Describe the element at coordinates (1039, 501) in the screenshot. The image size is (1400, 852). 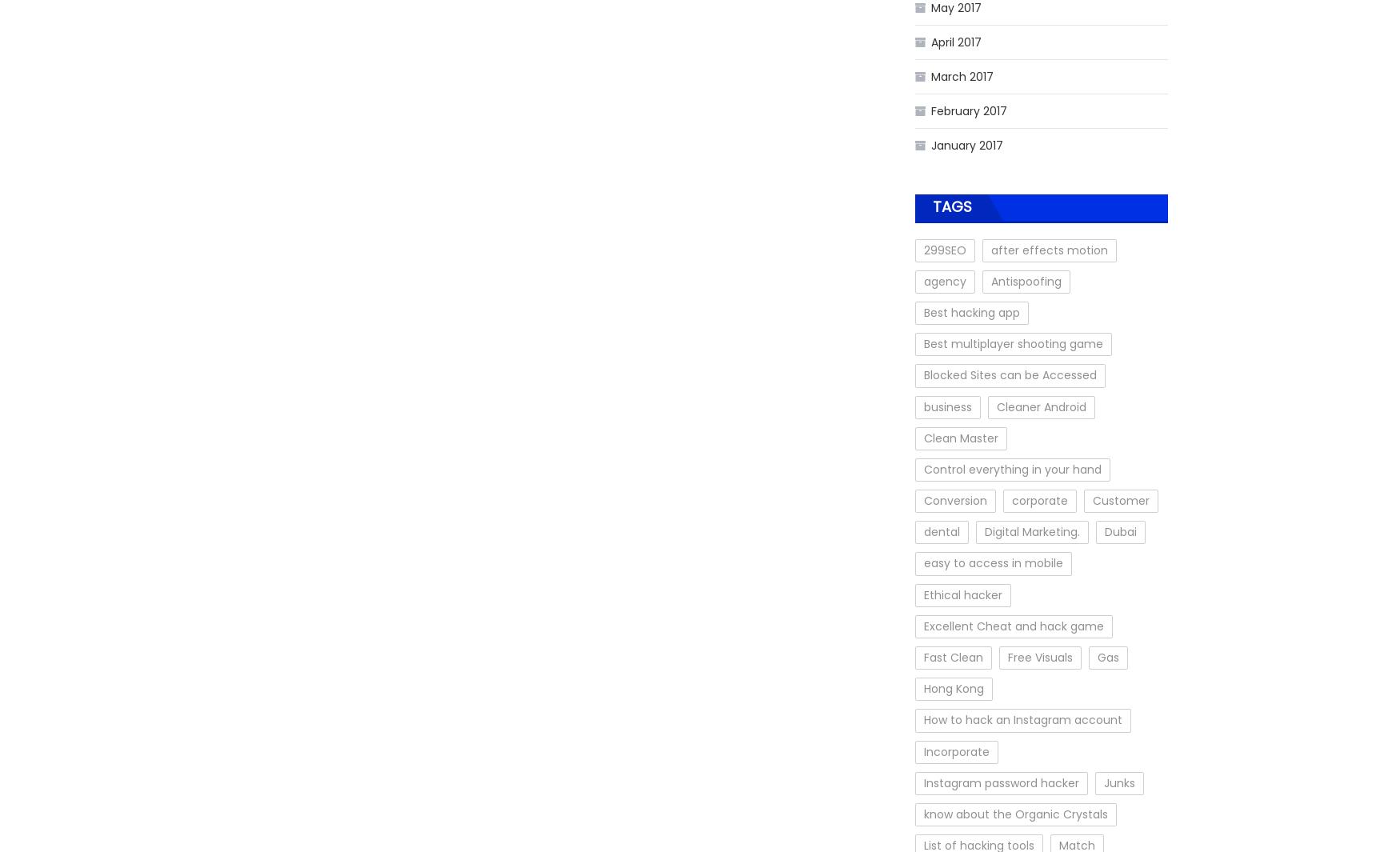
I see `'corporate'` at that location.